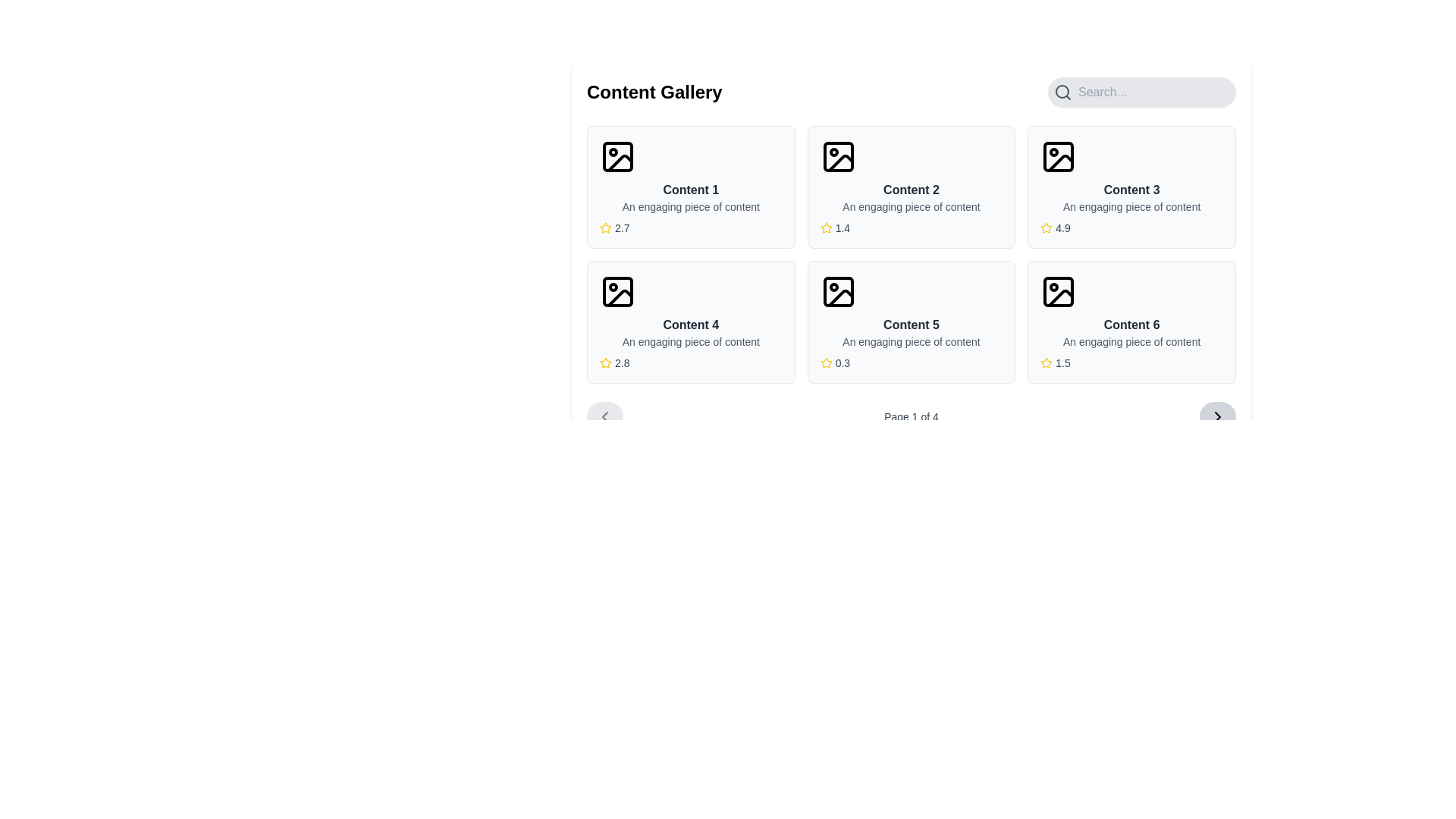  What do you see at coordinates (837, 292) in the screenshot?
I see `the image placeholder icon located at the top-left corner of the 'Content 5' card in the second row, third column of the content grid` at bounding box center [837, 292].